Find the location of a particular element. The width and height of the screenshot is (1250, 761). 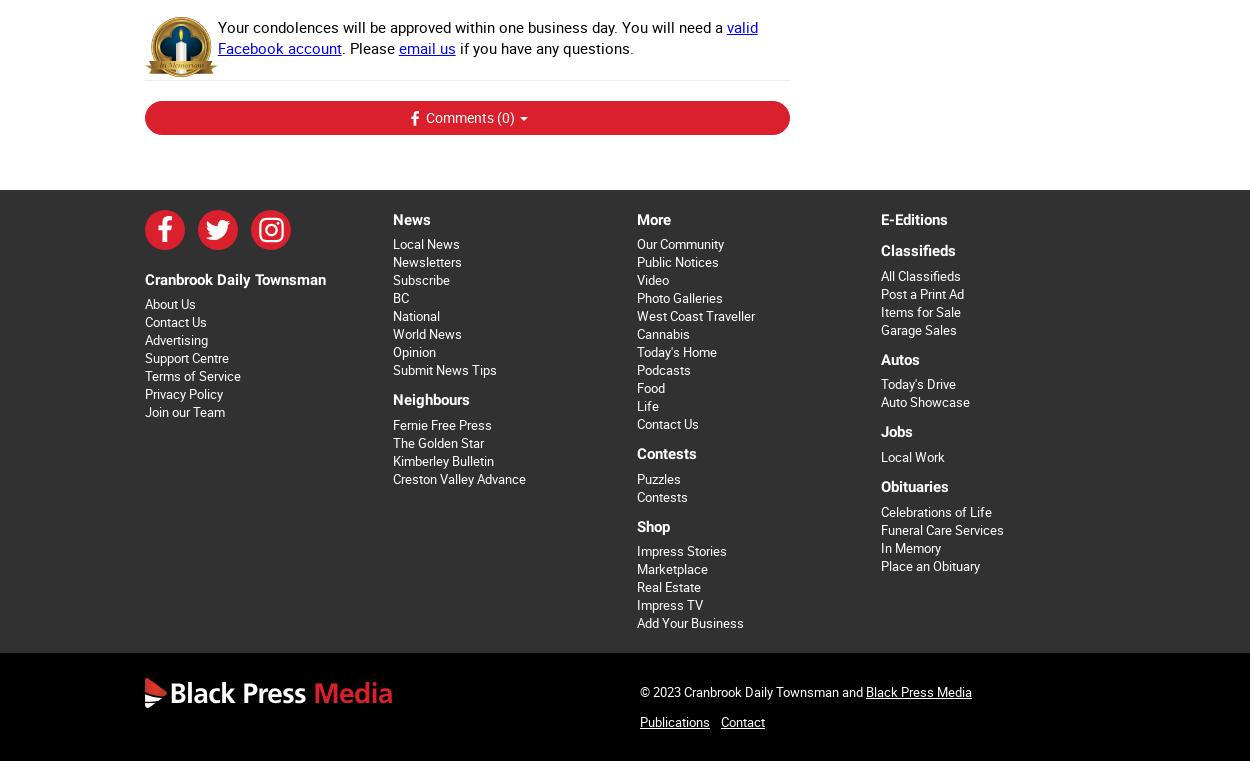

'Podcasts' is located at coordinates (663, 369).